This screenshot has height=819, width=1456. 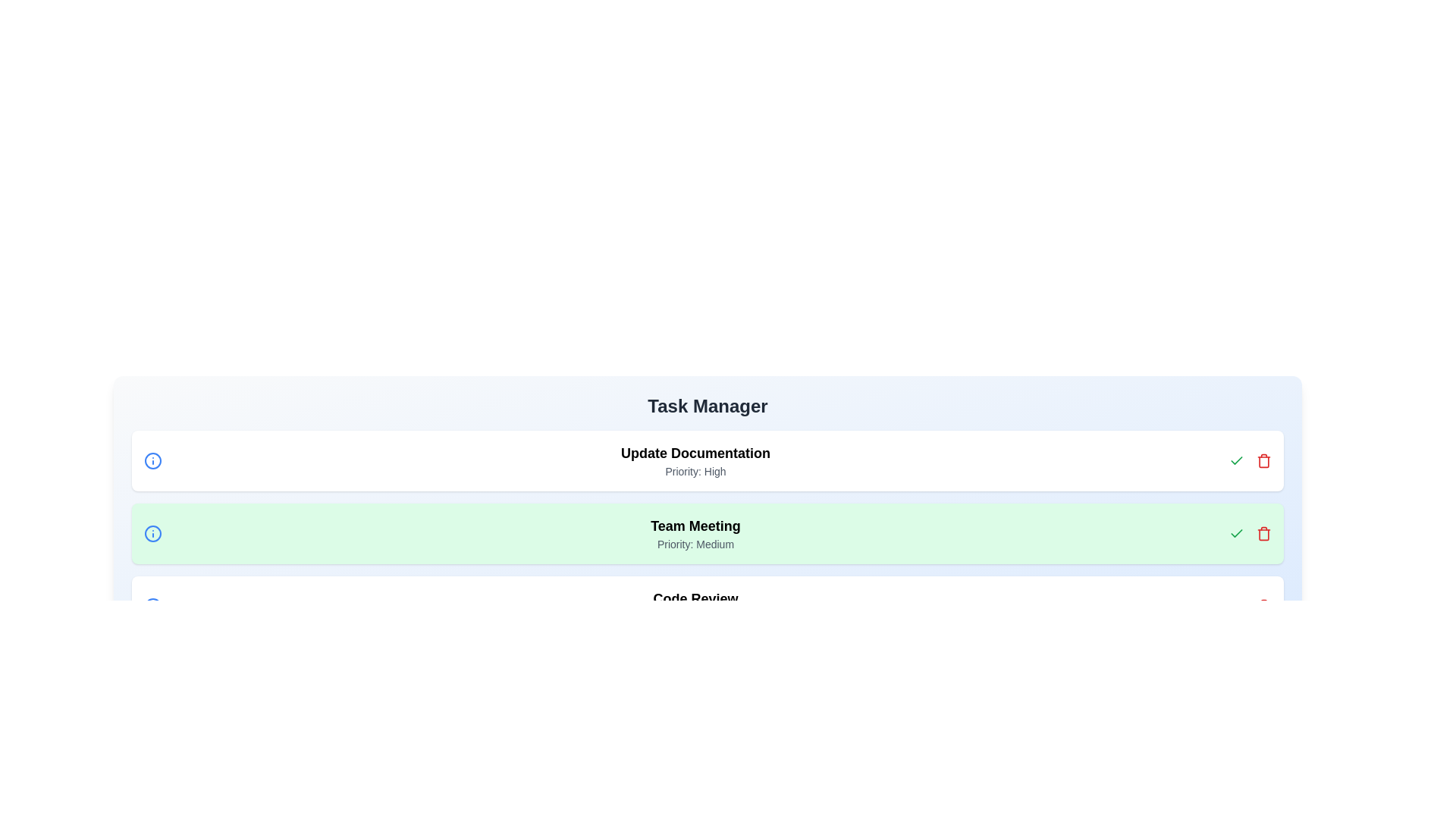 What do you see at coordinates (152, 605) in the screenshot?
I see `the information icon for the task 'Code Review'` at bounding box center [152, 605].